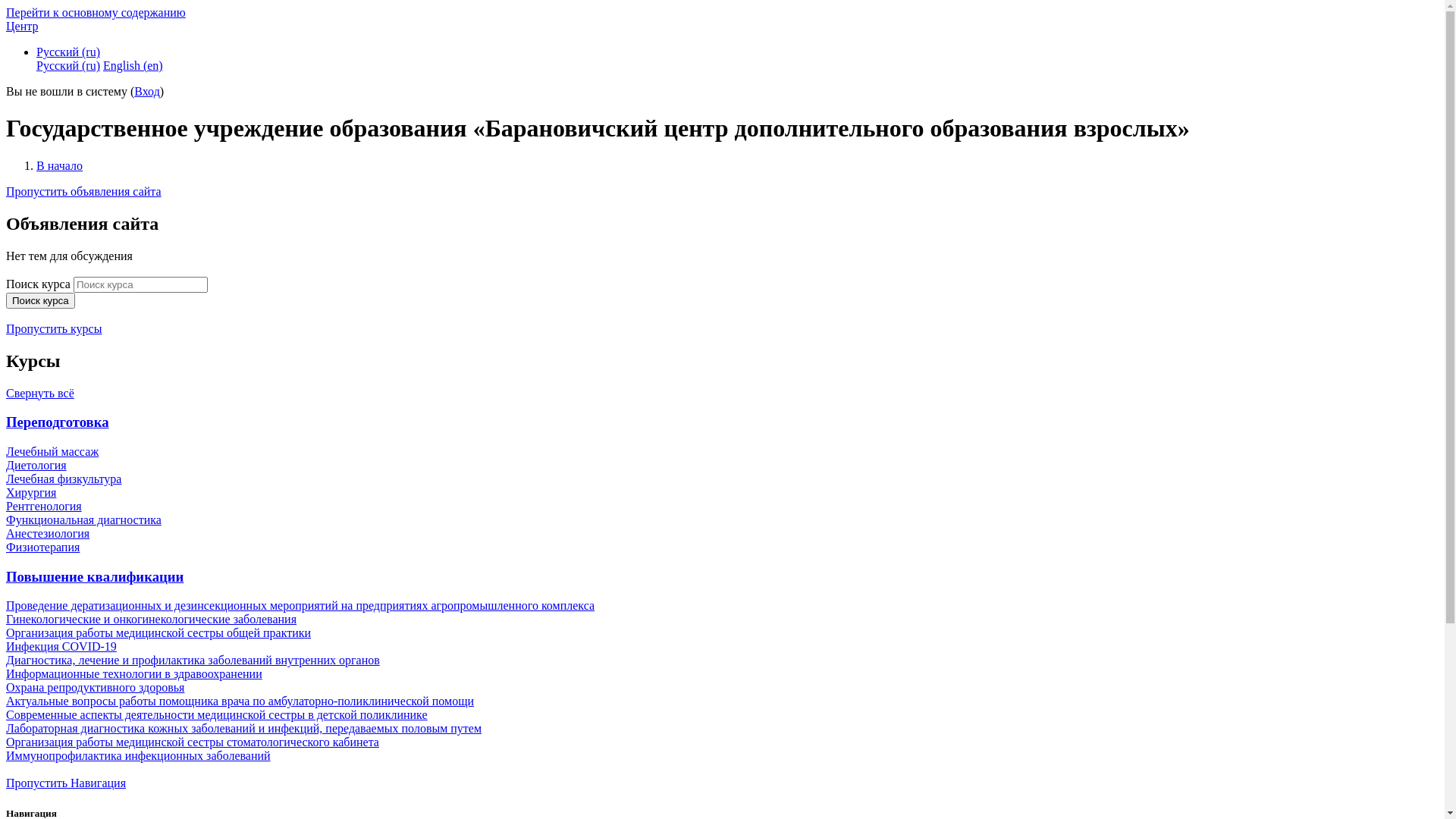  Describe the element at coordinates (133, 64) in the screenshot. I see `'English (en)'` at that location.